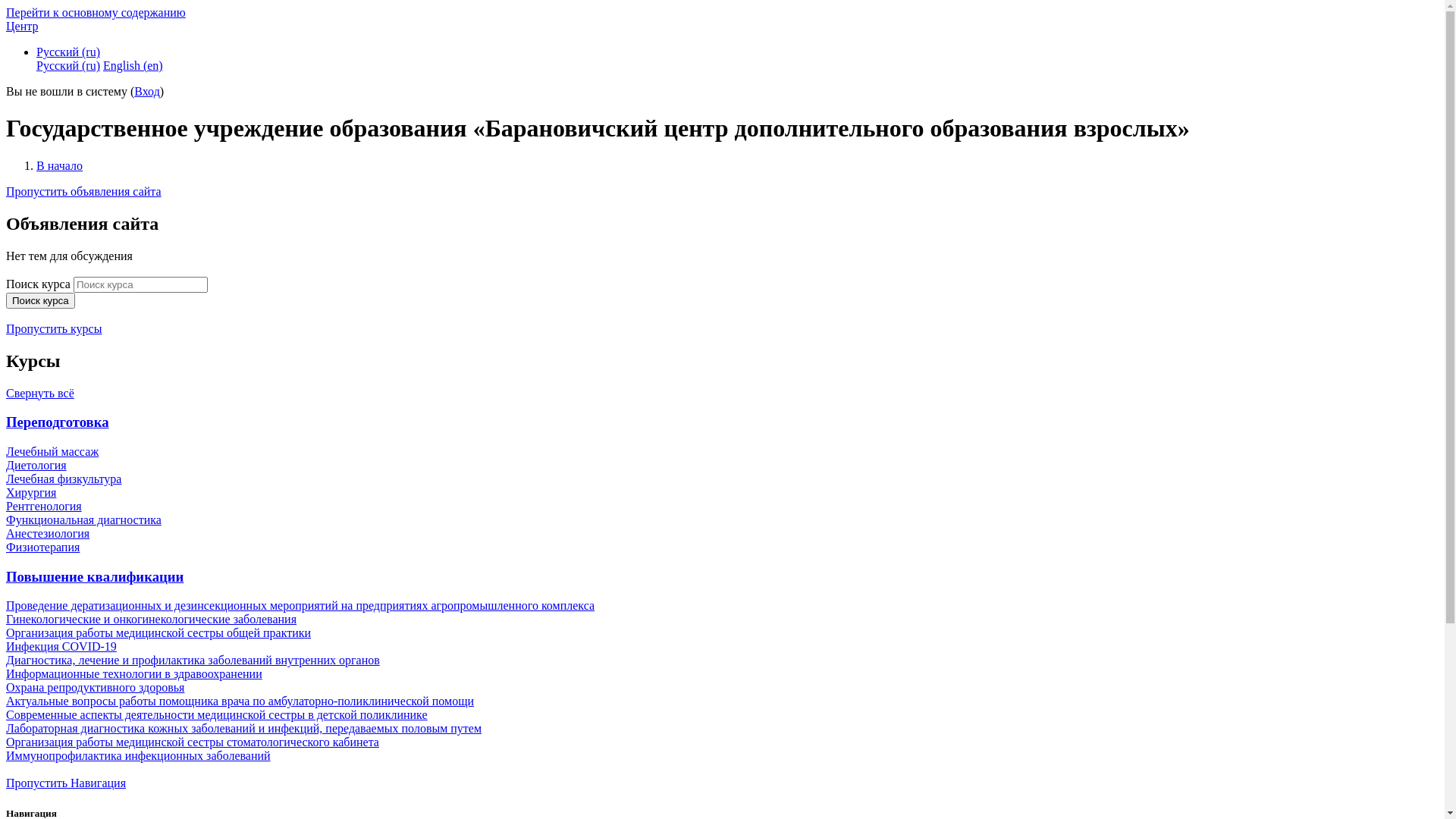  Describe the element at coordinates (133, 64) in the screenshot. I see `'English (en)'` at that location.